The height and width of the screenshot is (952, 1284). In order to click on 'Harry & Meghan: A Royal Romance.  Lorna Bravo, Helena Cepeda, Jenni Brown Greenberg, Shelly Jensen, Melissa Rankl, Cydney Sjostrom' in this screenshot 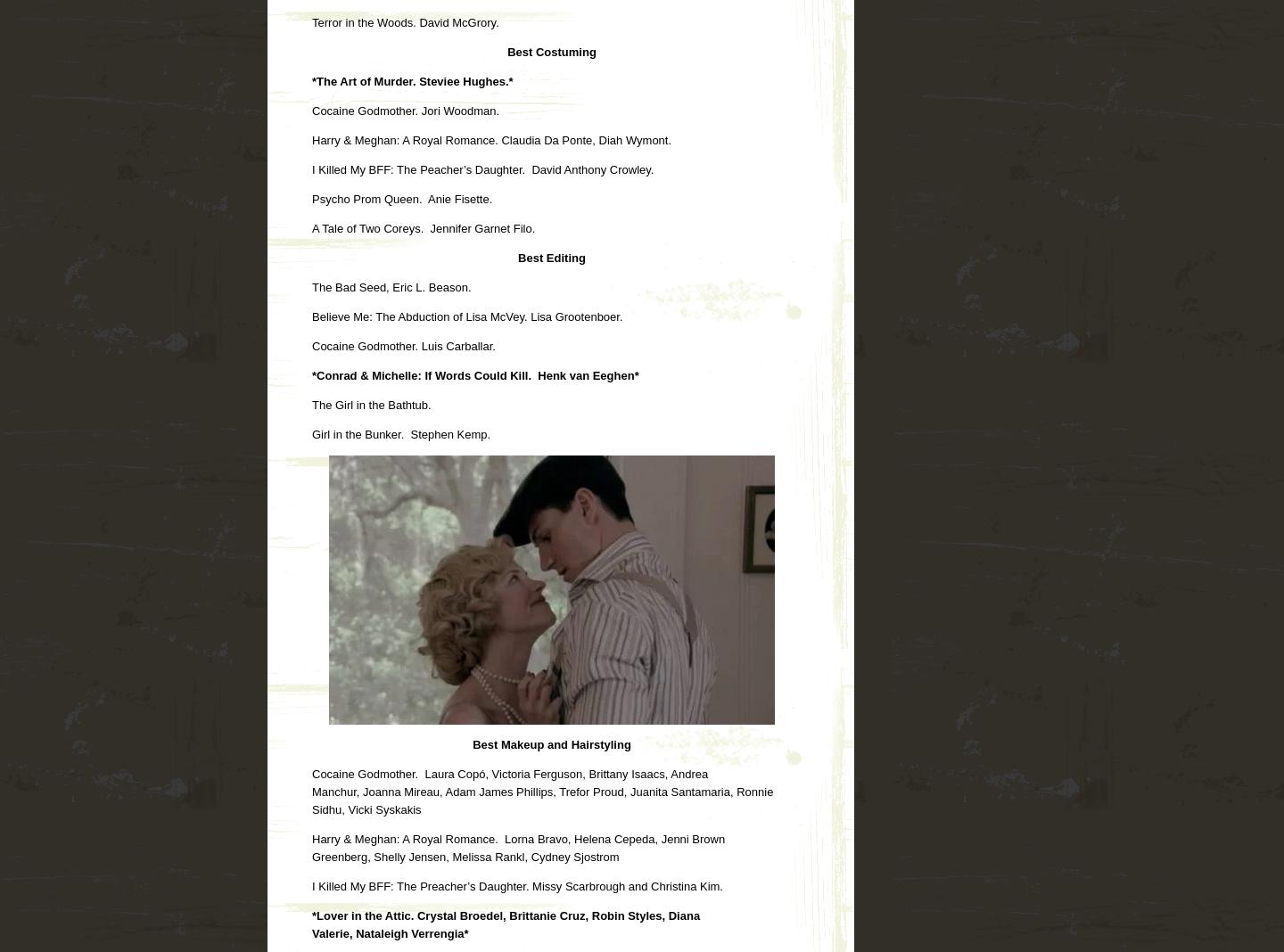, I will do `click(312, 847)`.